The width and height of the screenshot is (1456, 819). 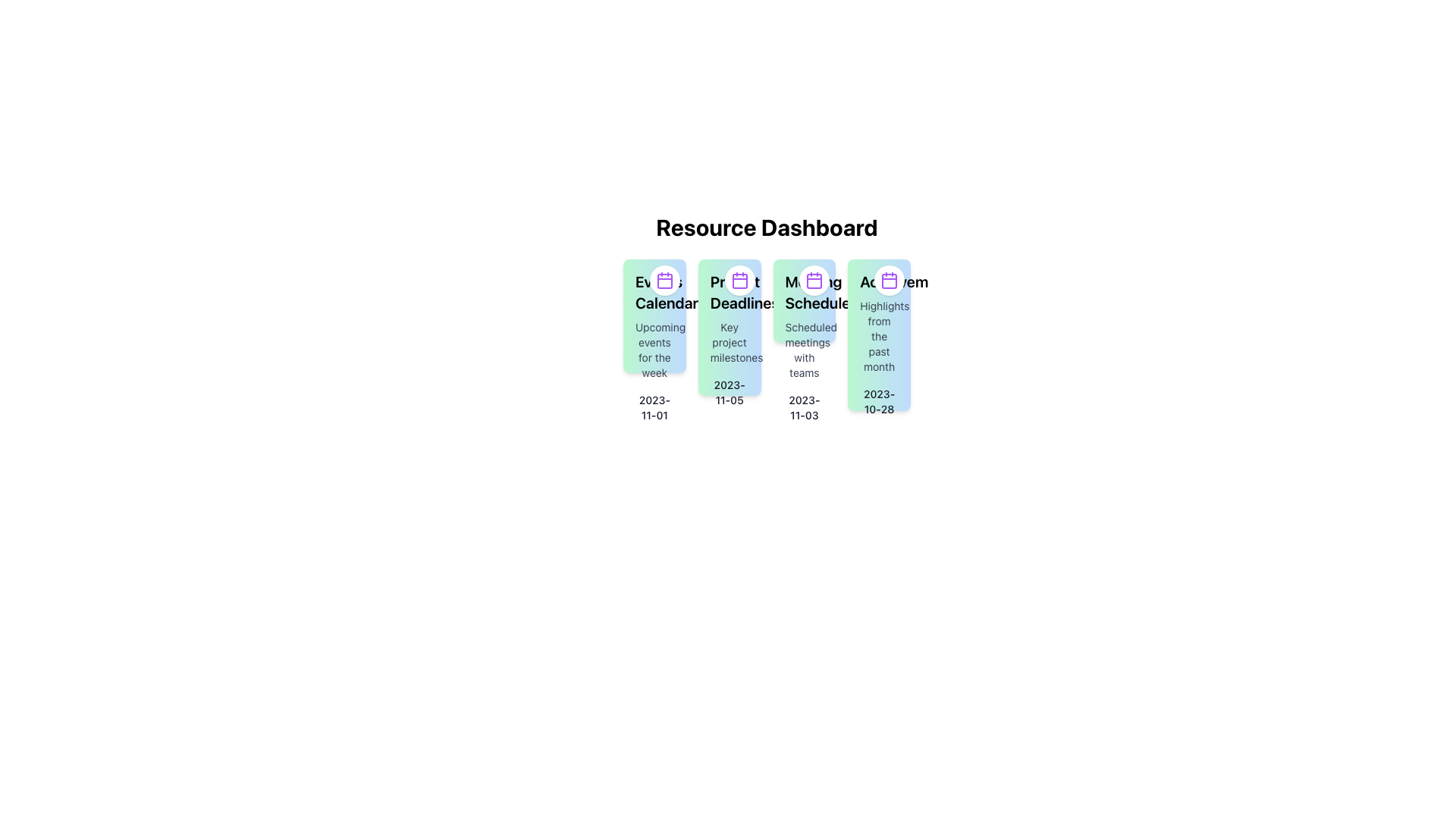 I want to click on information presented on the Information Card, which is the second card from the left in a row of four, displaying project deadlines and descriptions, so click(x=767, y=345).